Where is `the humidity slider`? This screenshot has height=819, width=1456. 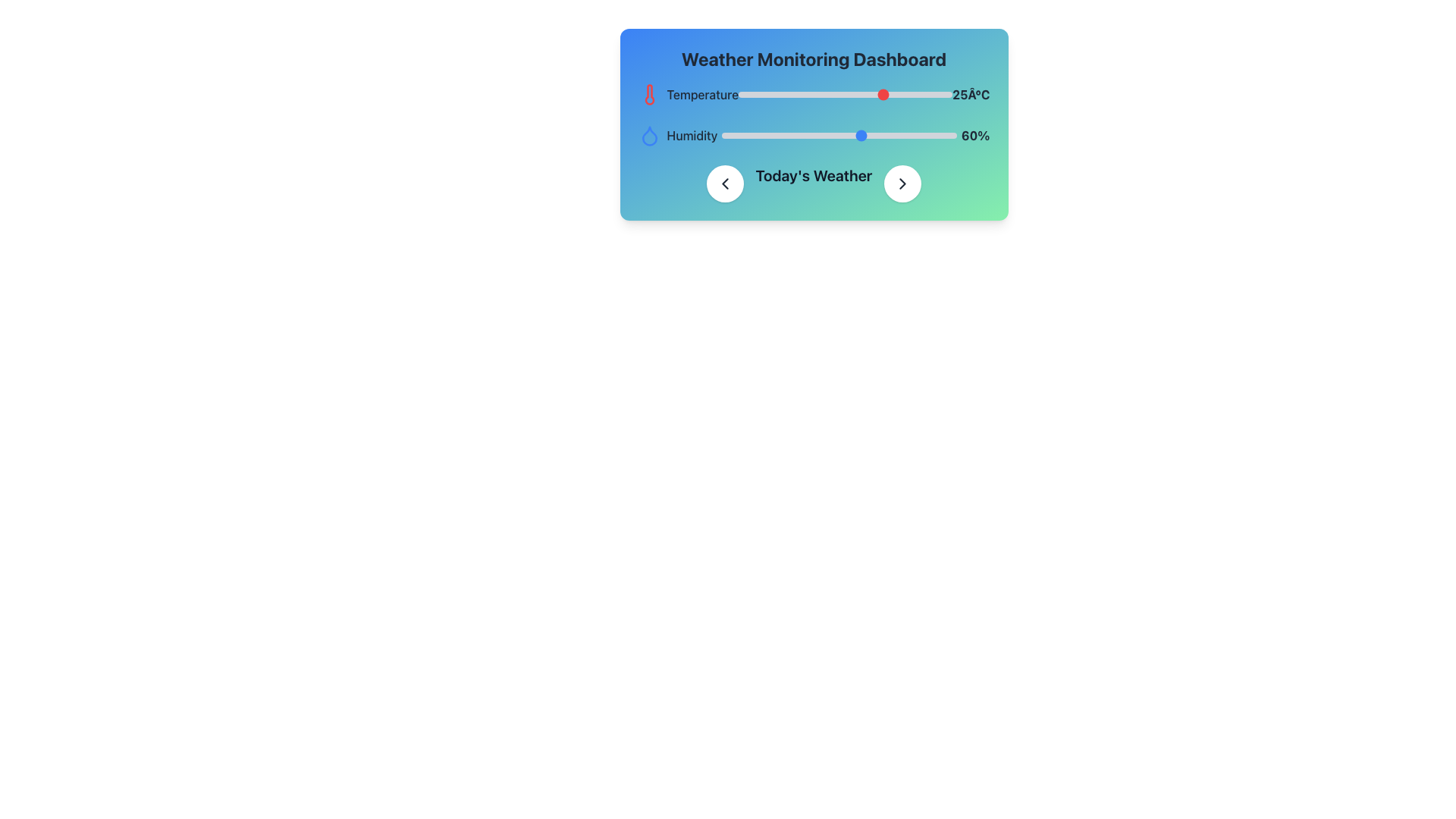 the humidity slider is located at coordinates (868, 134).